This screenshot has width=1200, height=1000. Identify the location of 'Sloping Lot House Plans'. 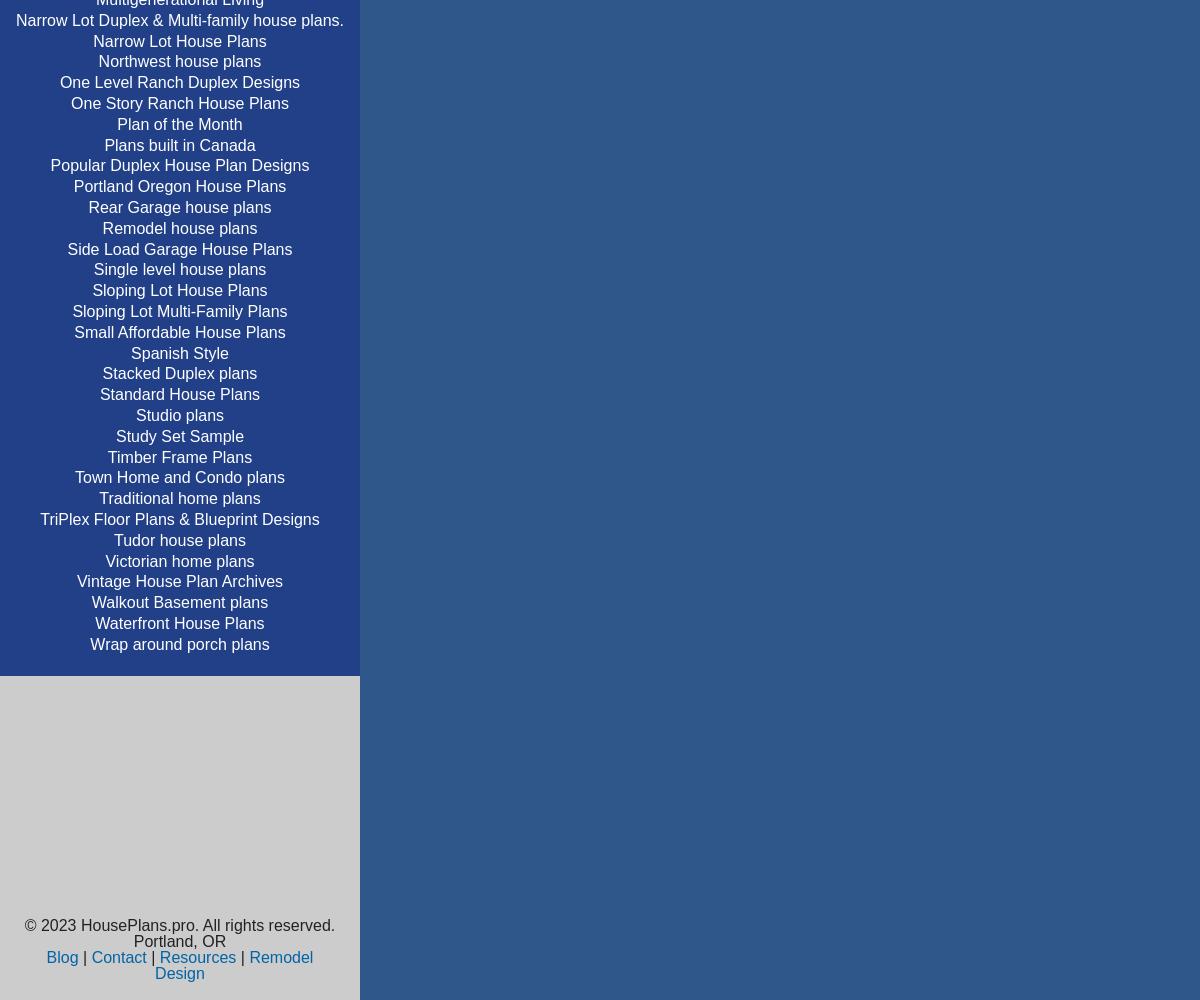
(178, 290).